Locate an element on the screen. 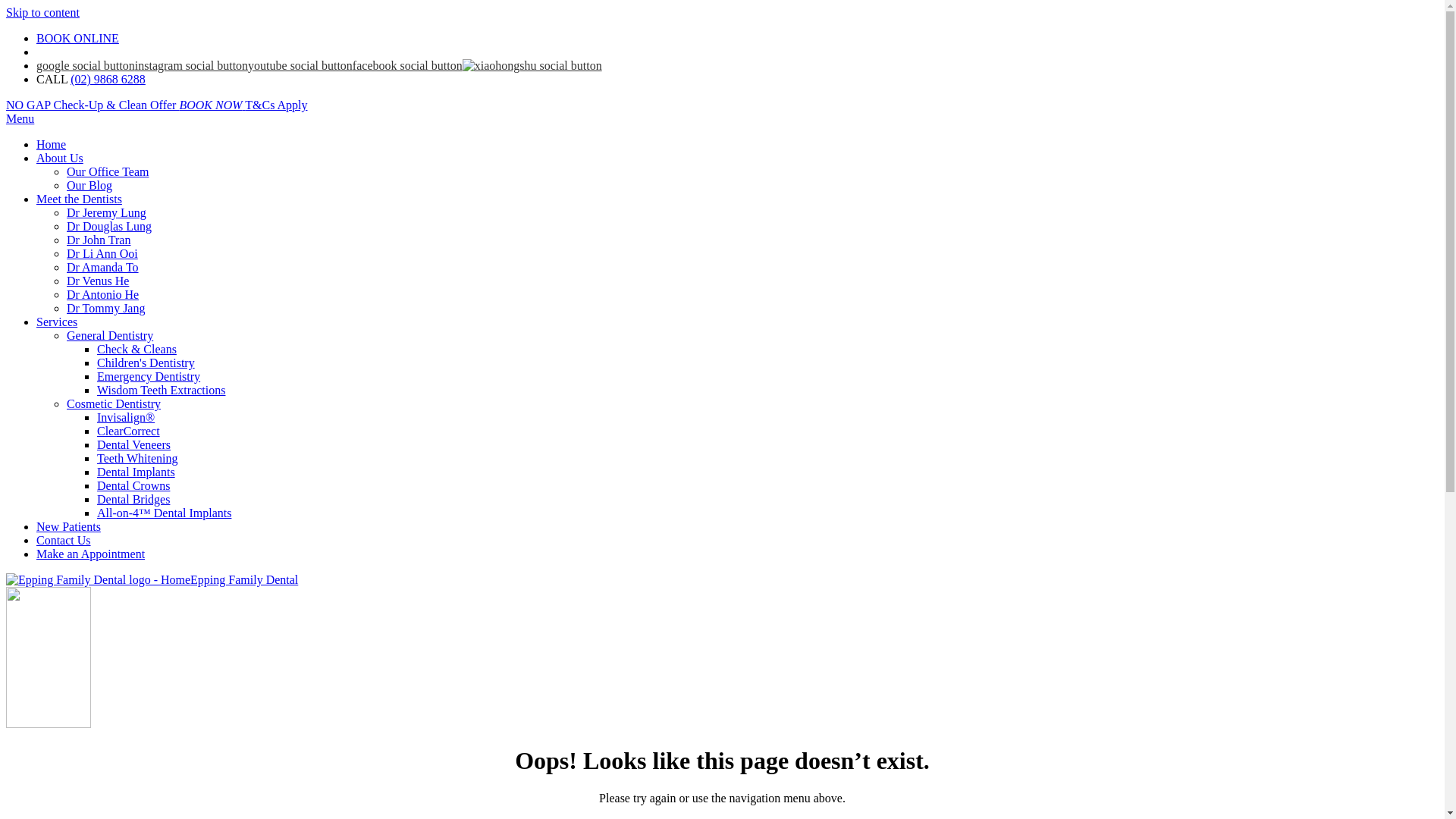 The height and width of the screenshot is (819, 1456). 'Dr Amanda To' is located at coordinates (102, 266).